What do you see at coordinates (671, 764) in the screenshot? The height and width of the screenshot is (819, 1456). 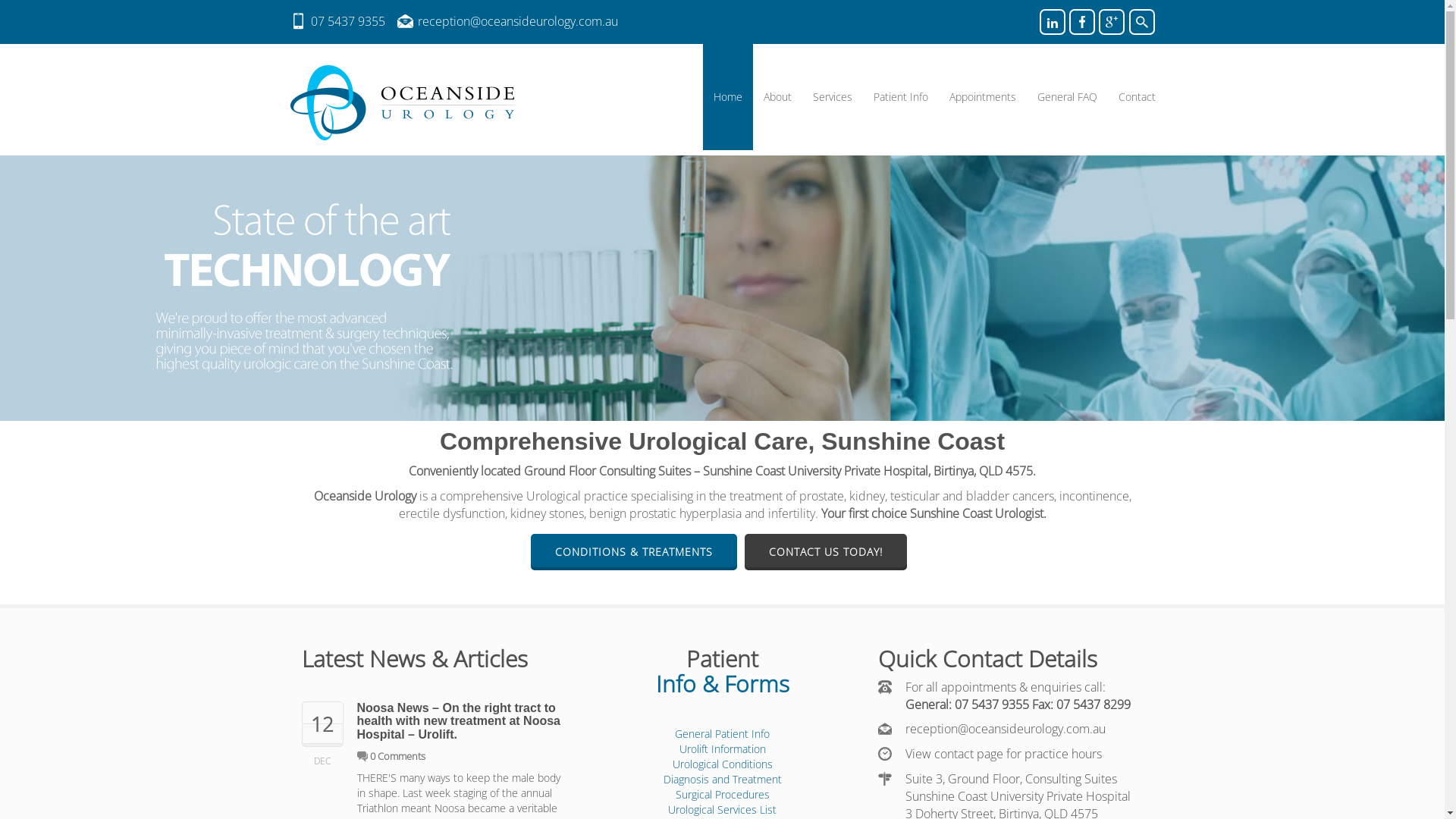 I see `'Urological Conditions'` at bounding box center [671, 764].